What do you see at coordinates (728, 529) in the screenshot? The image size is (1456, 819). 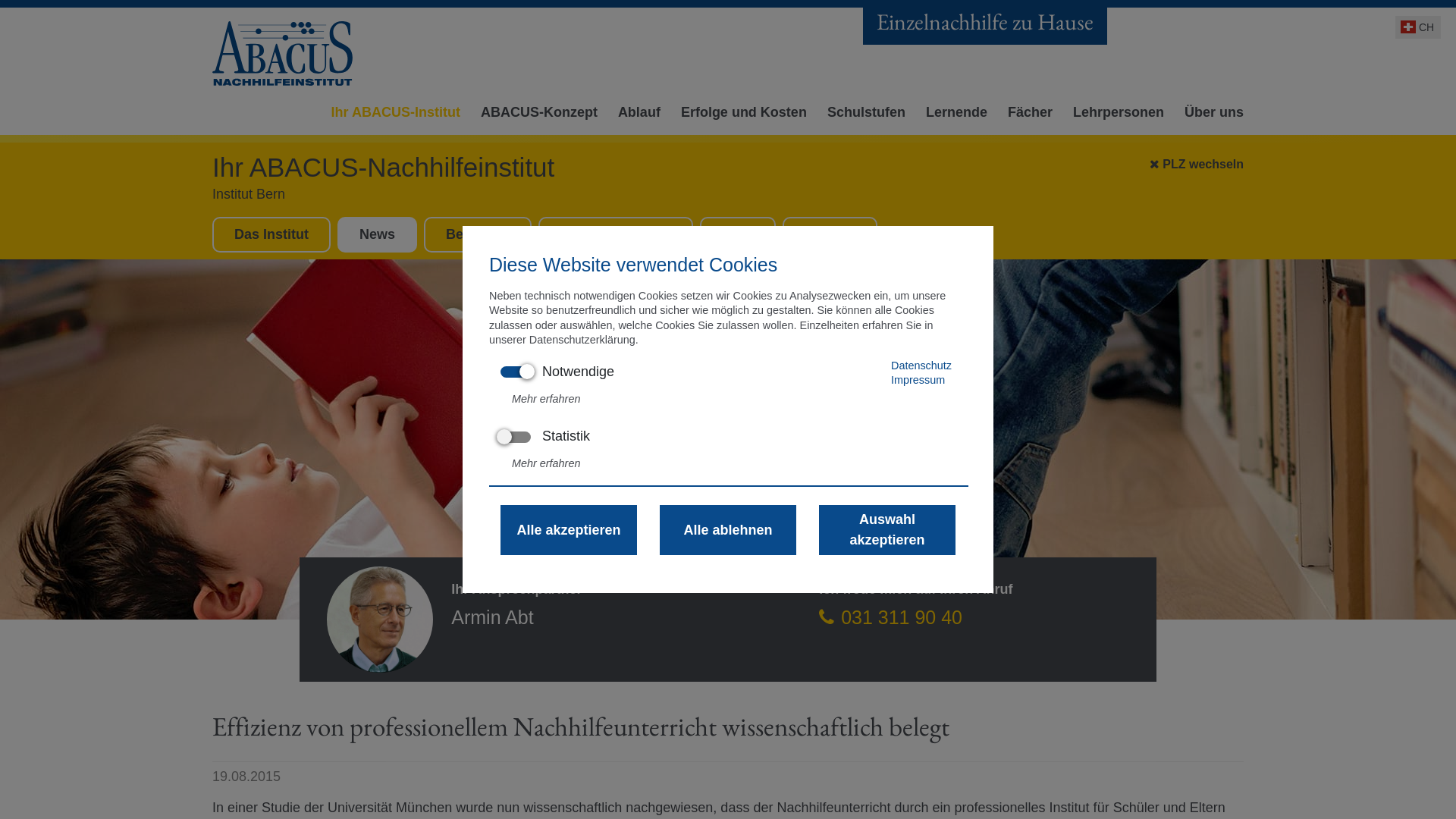 I see `'Alle ablehnen'` at bounding box center [728, 529].